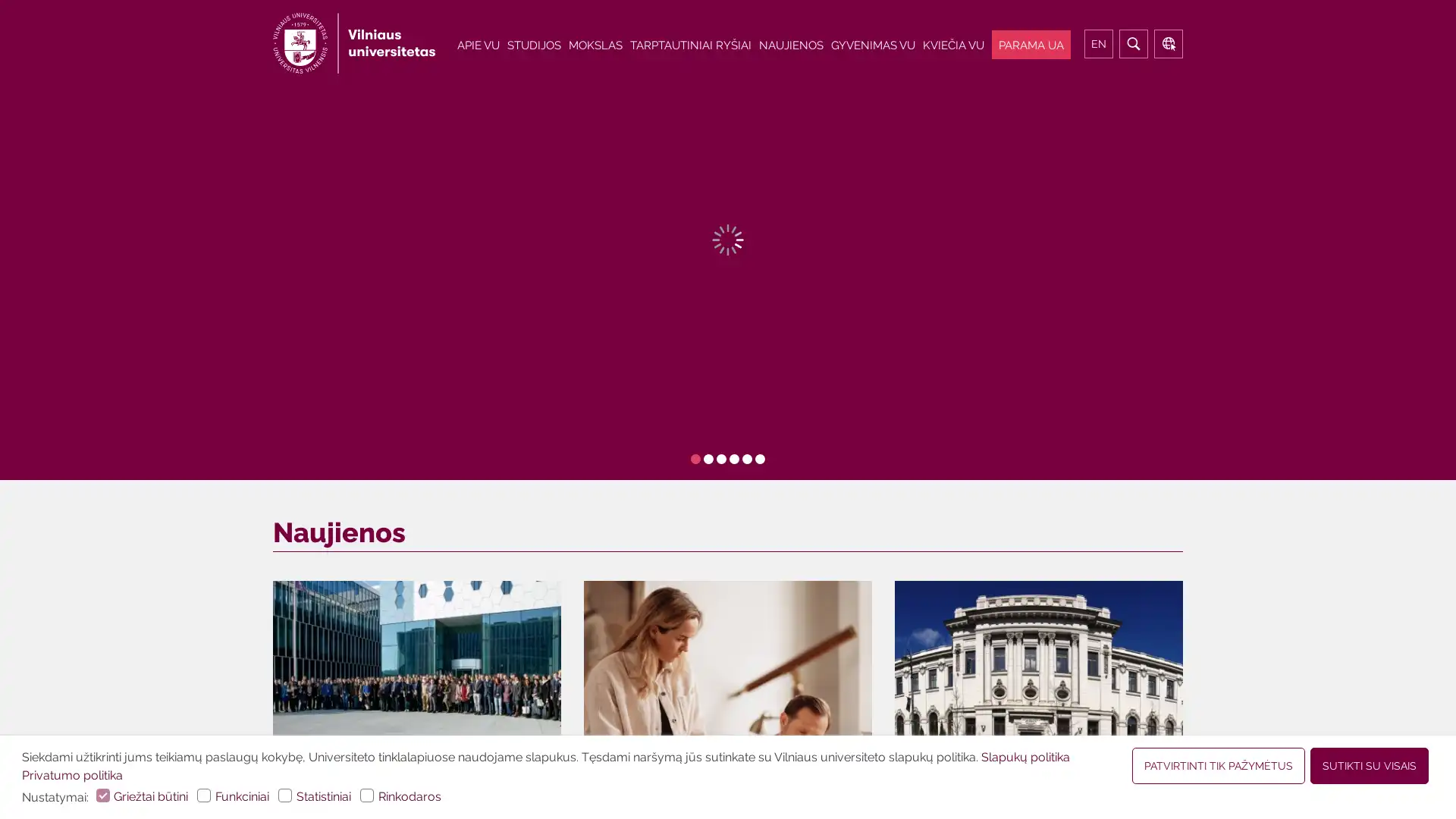 The height and width of the screenshot is (819, 1456). What do you see at coordinates (1219, 766) in the screenshot?
I see `allow cookies` at bounding box center [1219, 766].